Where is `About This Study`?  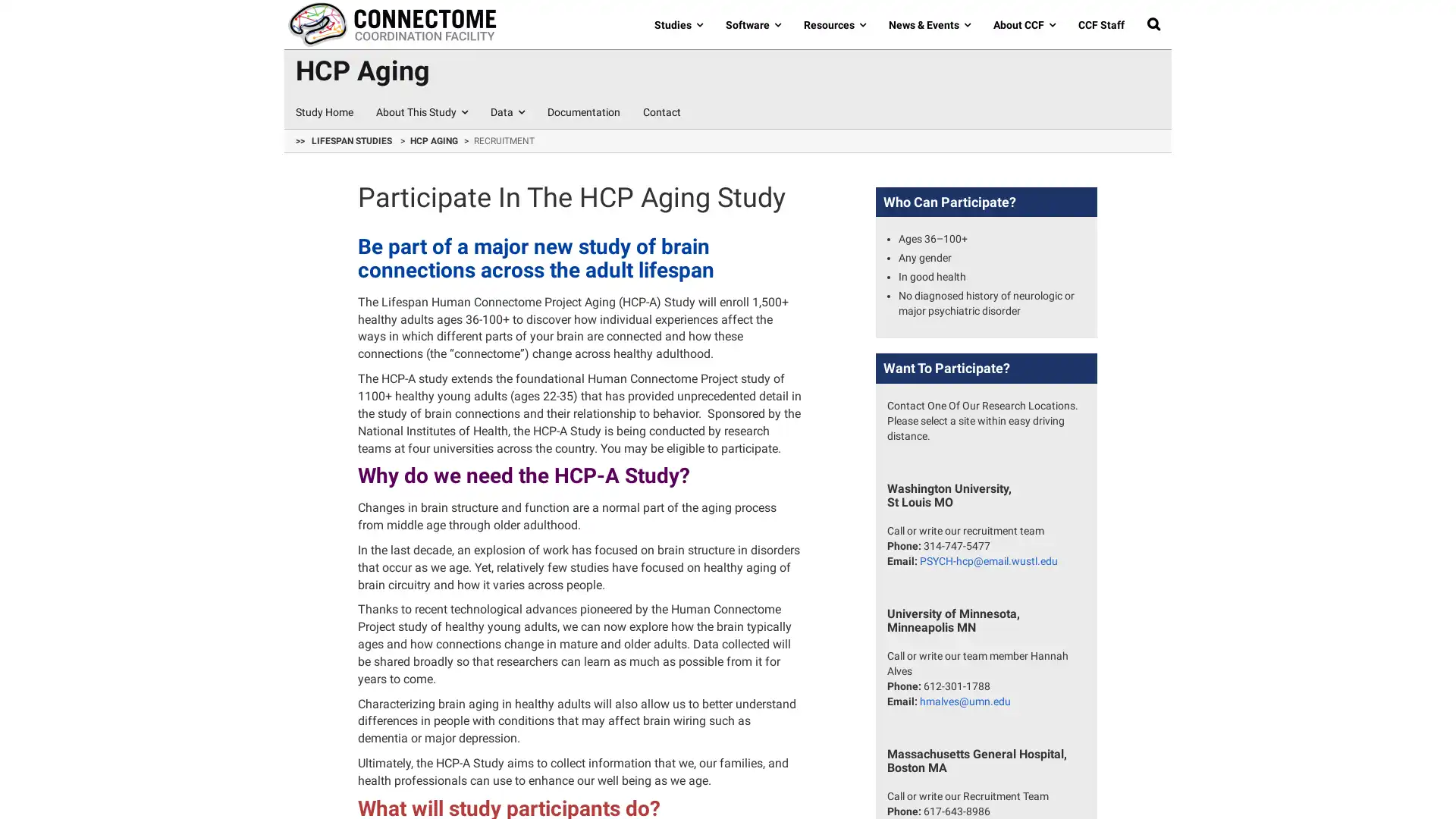 About This Study is located at coordinates (422, 110).